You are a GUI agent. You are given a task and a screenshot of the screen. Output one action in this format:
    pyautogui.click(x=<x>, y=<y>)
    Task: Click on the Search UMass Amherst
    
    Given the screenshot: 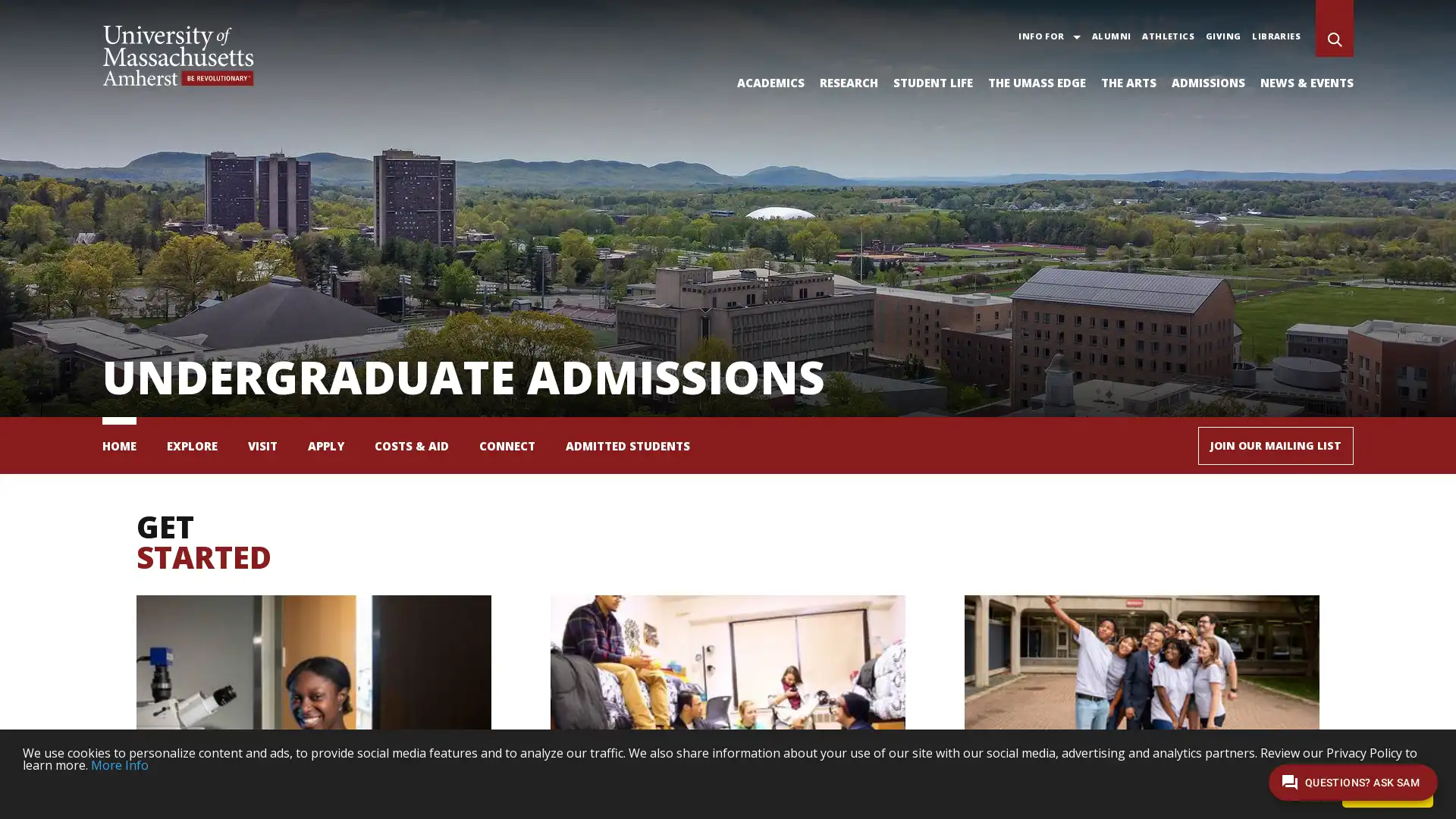 What is the action you would take?
    pyautogui.click(x=1335, y=40)
    